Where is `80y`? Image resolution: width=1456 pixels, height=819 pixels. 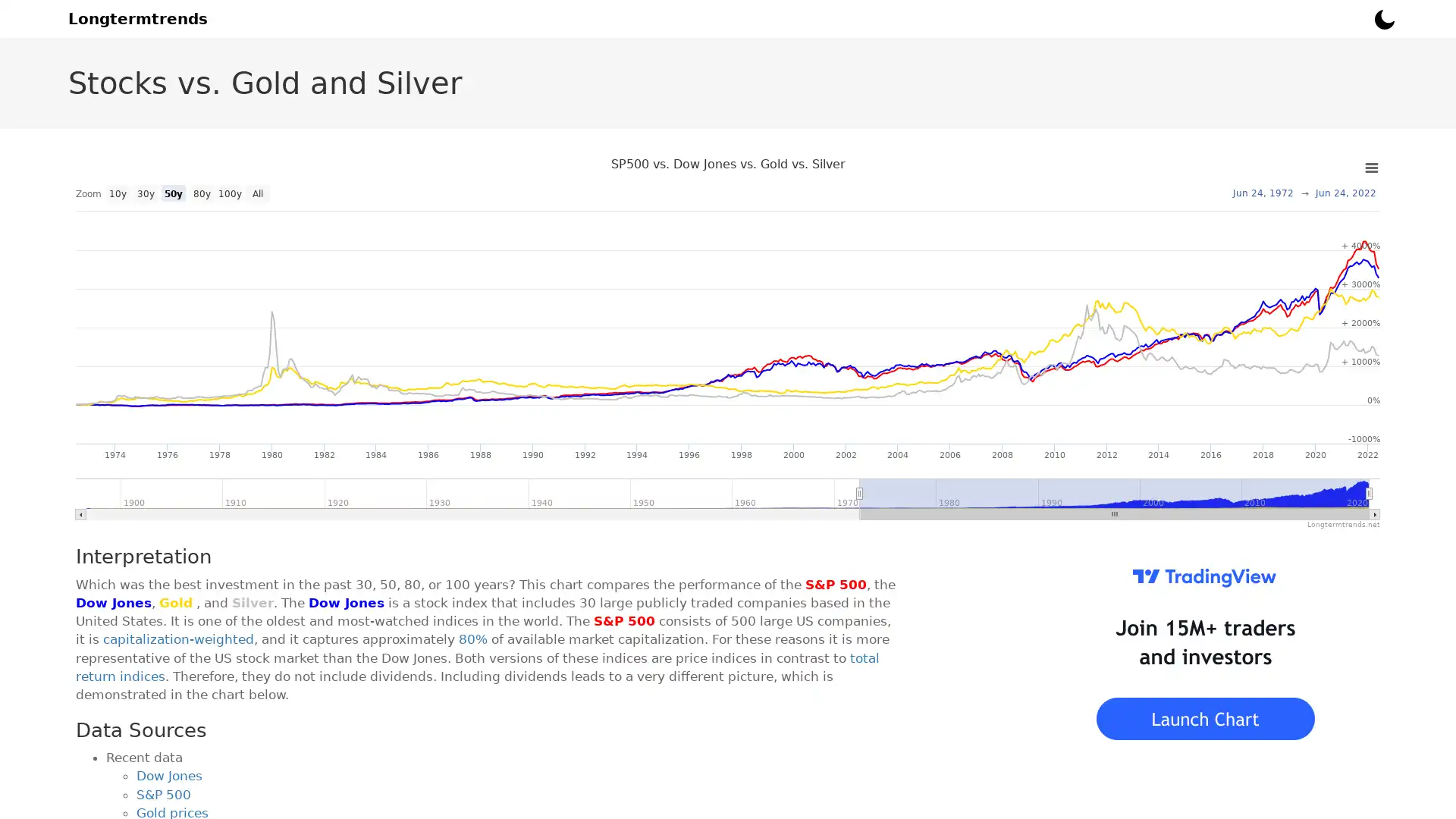
80y is located at coordinates (200, 192).